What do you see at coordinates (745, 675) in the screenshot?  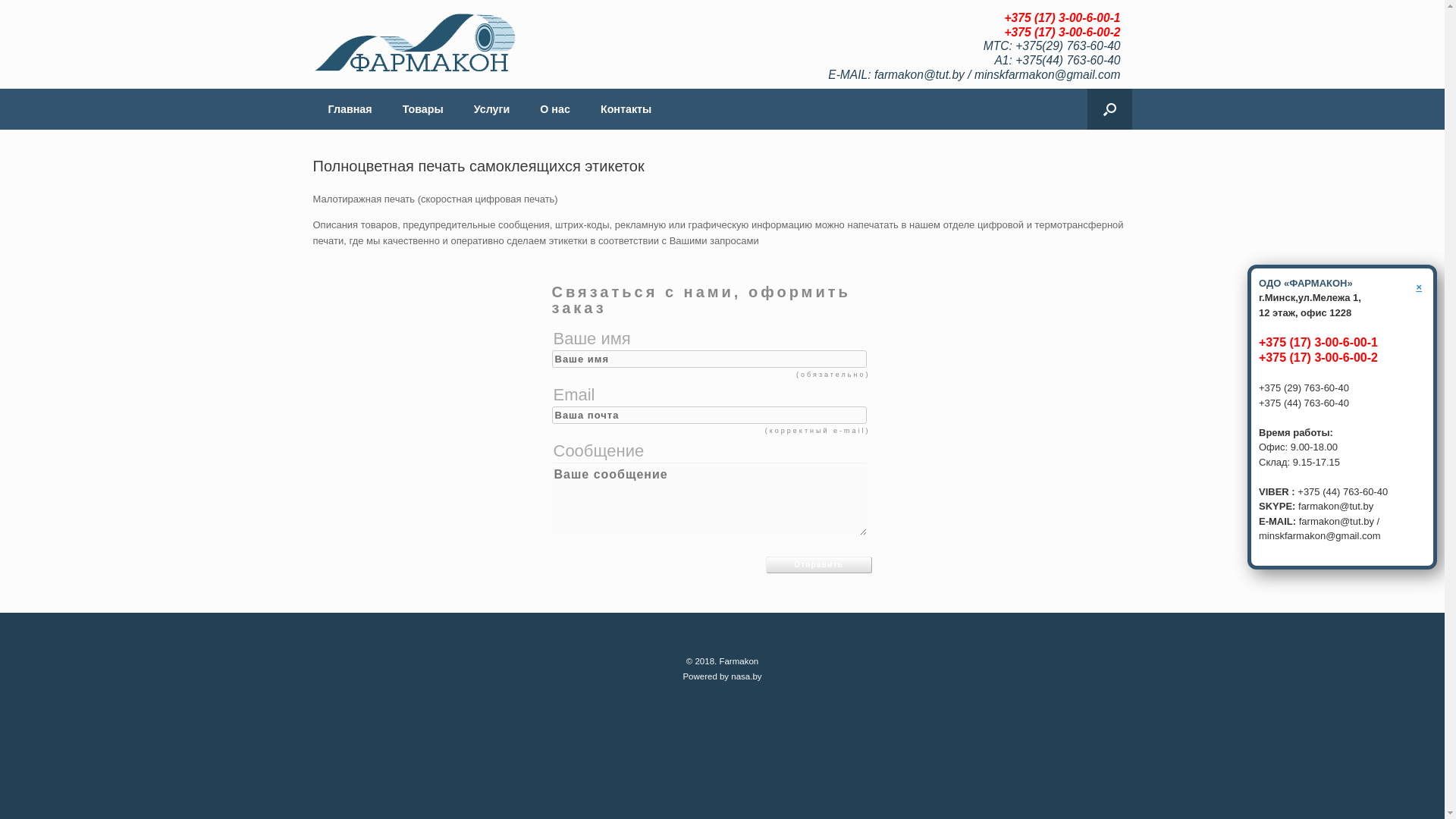 I see `'nasa.by'` at bounding box center [745, 675].